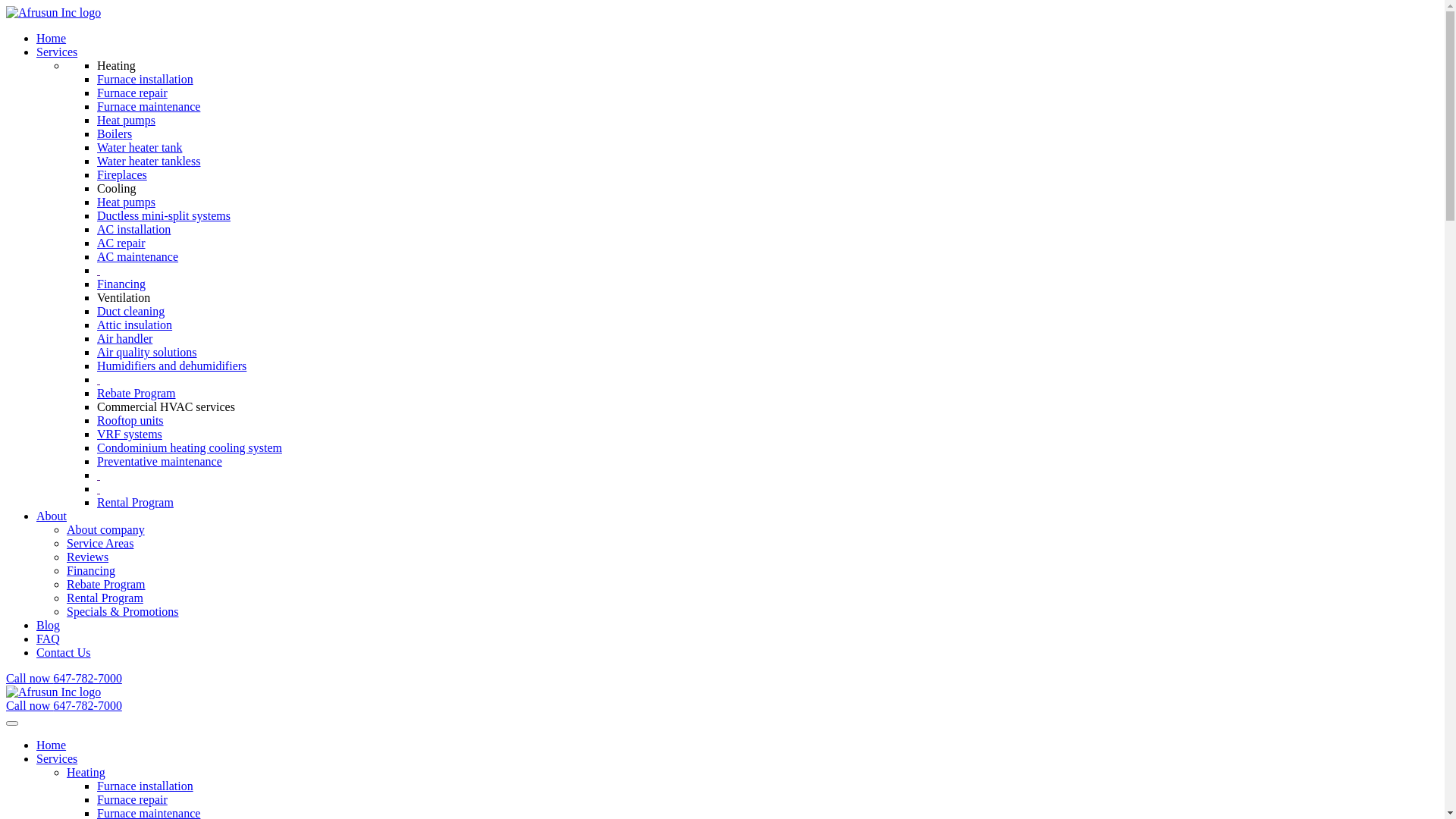 This screenshot has height=819, width=1456. What do you see at coordinates (65, 610) in the screenshot?
I see `'Specials & Promotions'` at bounding box center [65, 610].